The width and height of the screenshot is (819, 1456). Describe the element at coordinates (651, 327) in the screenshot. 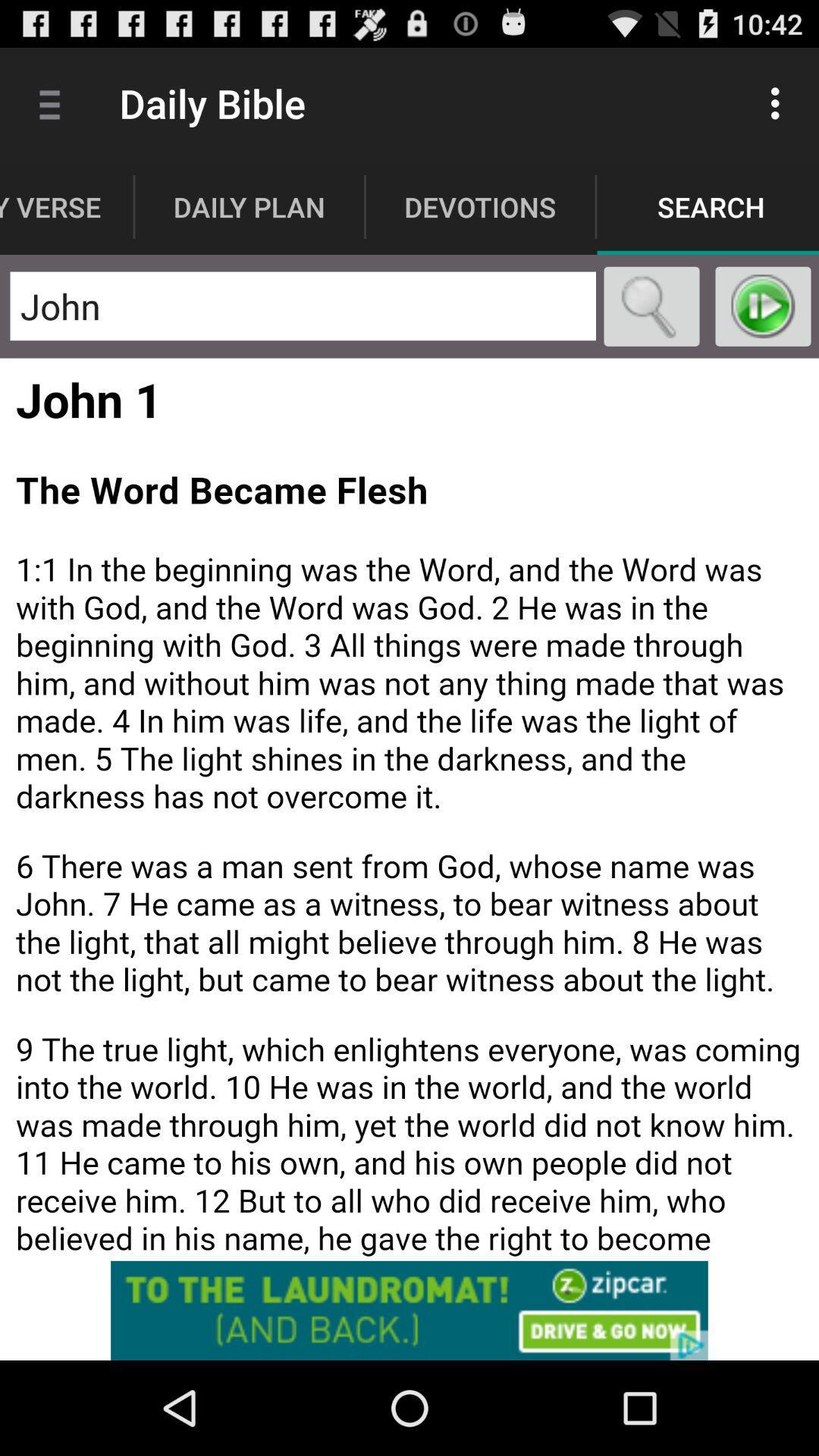

I see `the search icon` at that location.